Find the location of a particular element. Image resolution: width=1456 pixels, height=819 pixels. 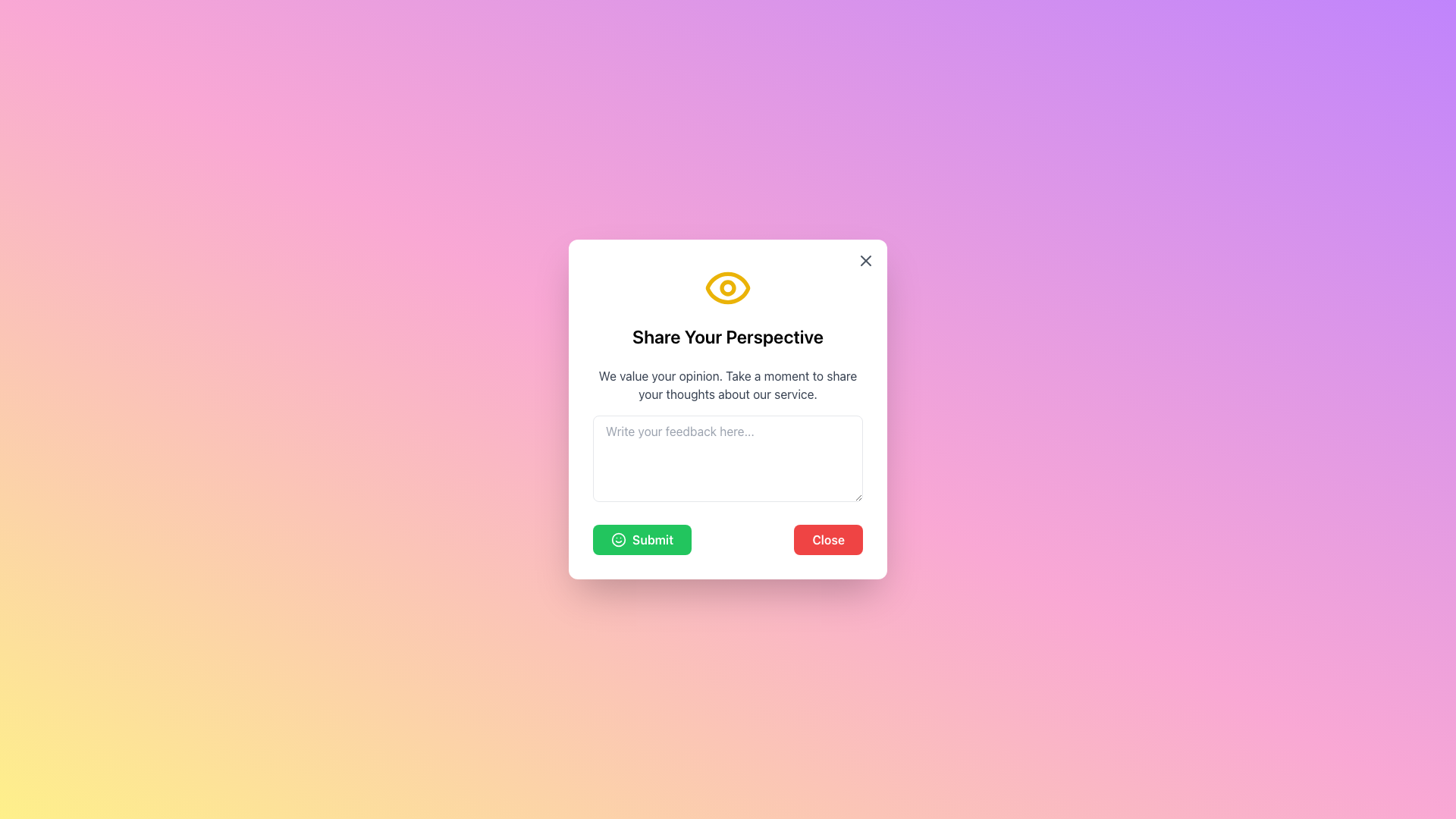

the elliptical yellow eye icon with a hollow center, positioned at the top center of the popup modal's content area is located at coordinates (728, 287).